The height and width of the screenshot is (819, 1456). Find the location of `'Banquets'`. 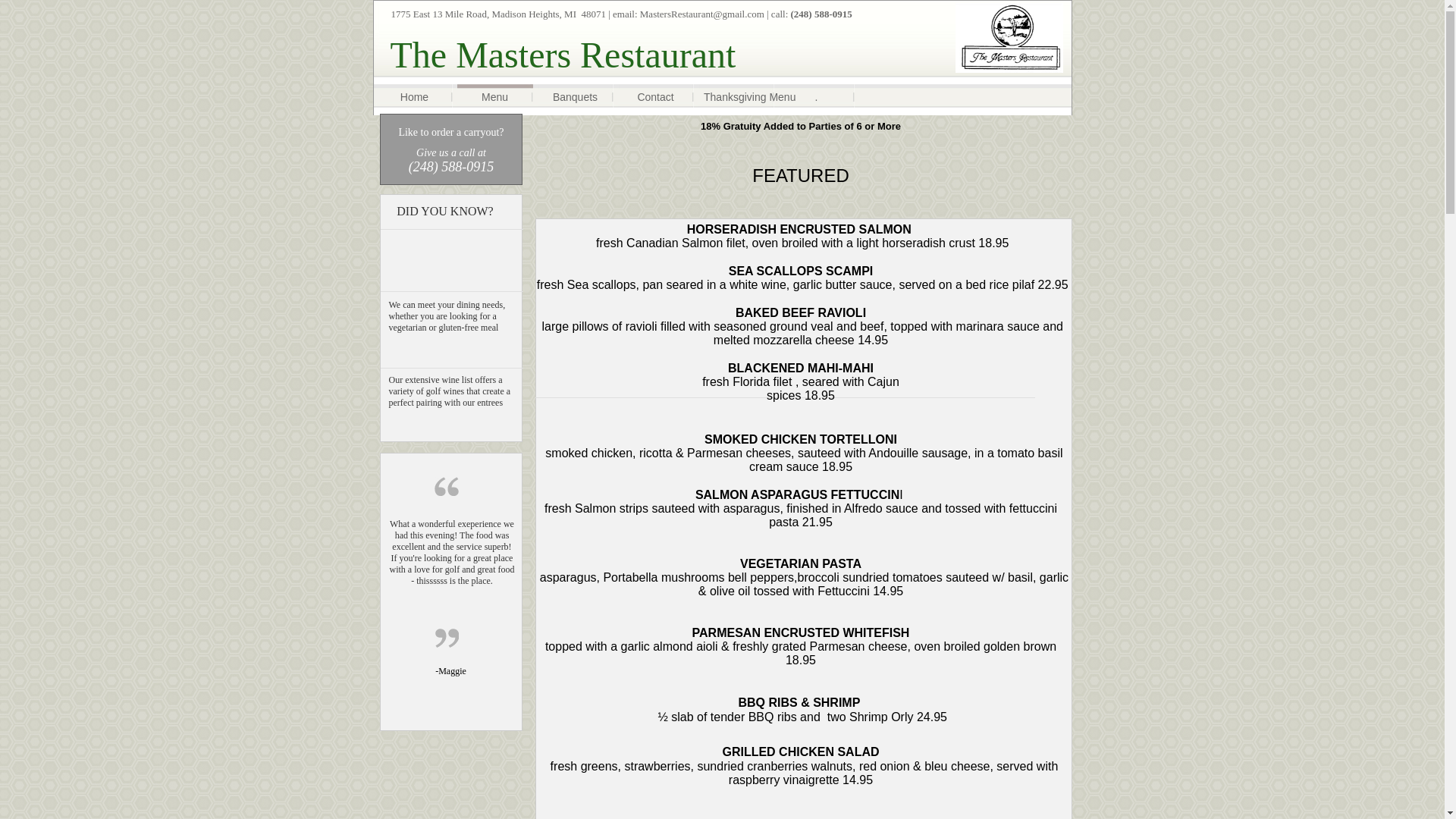

'Banquets' is located at coordinates (574, 97).